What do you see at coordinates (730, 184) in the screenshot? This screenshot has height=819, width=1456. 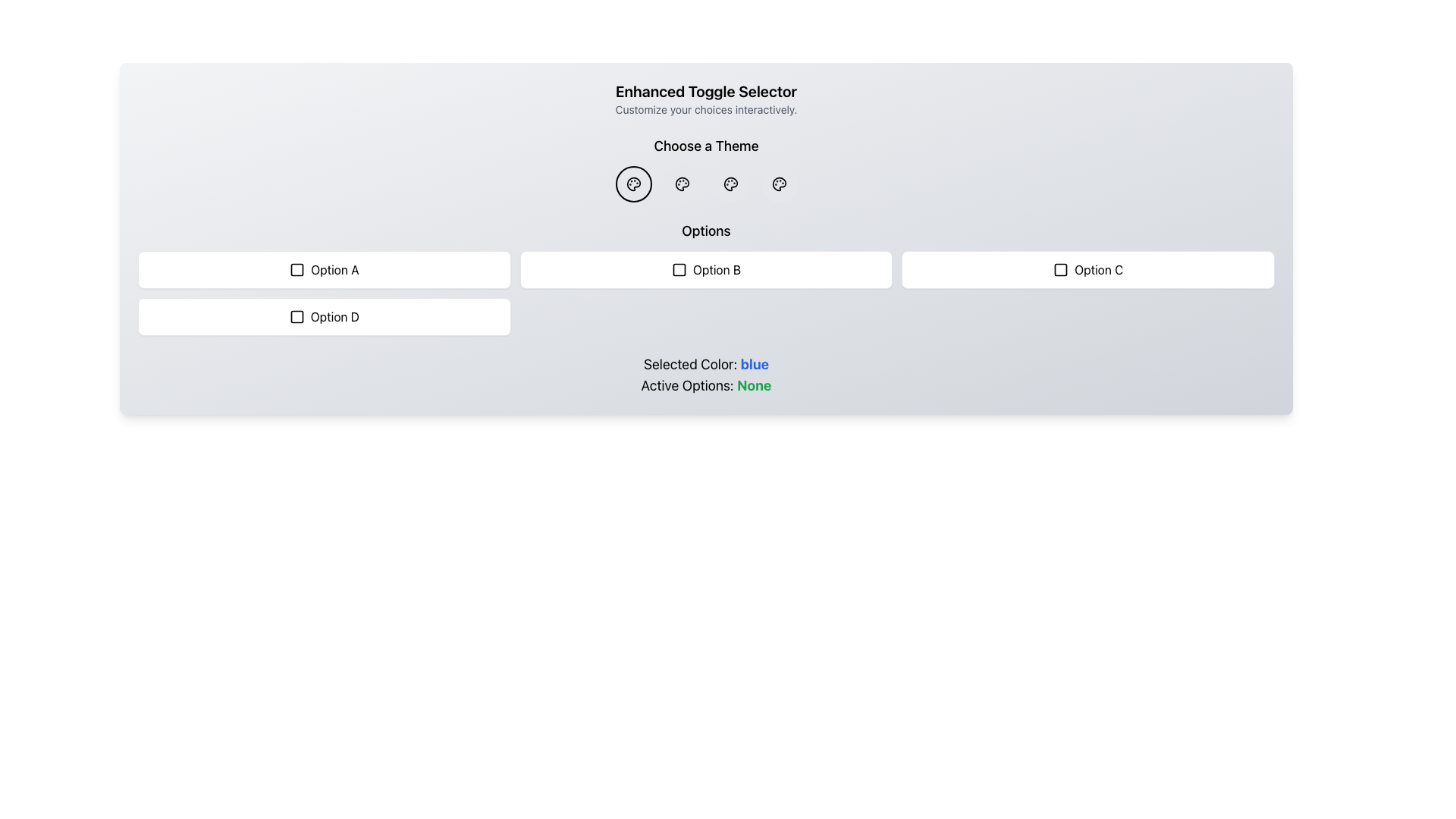 I see `the second theme selection icon in the 'Choose a Theme' section` at bounding box center [730, 184].